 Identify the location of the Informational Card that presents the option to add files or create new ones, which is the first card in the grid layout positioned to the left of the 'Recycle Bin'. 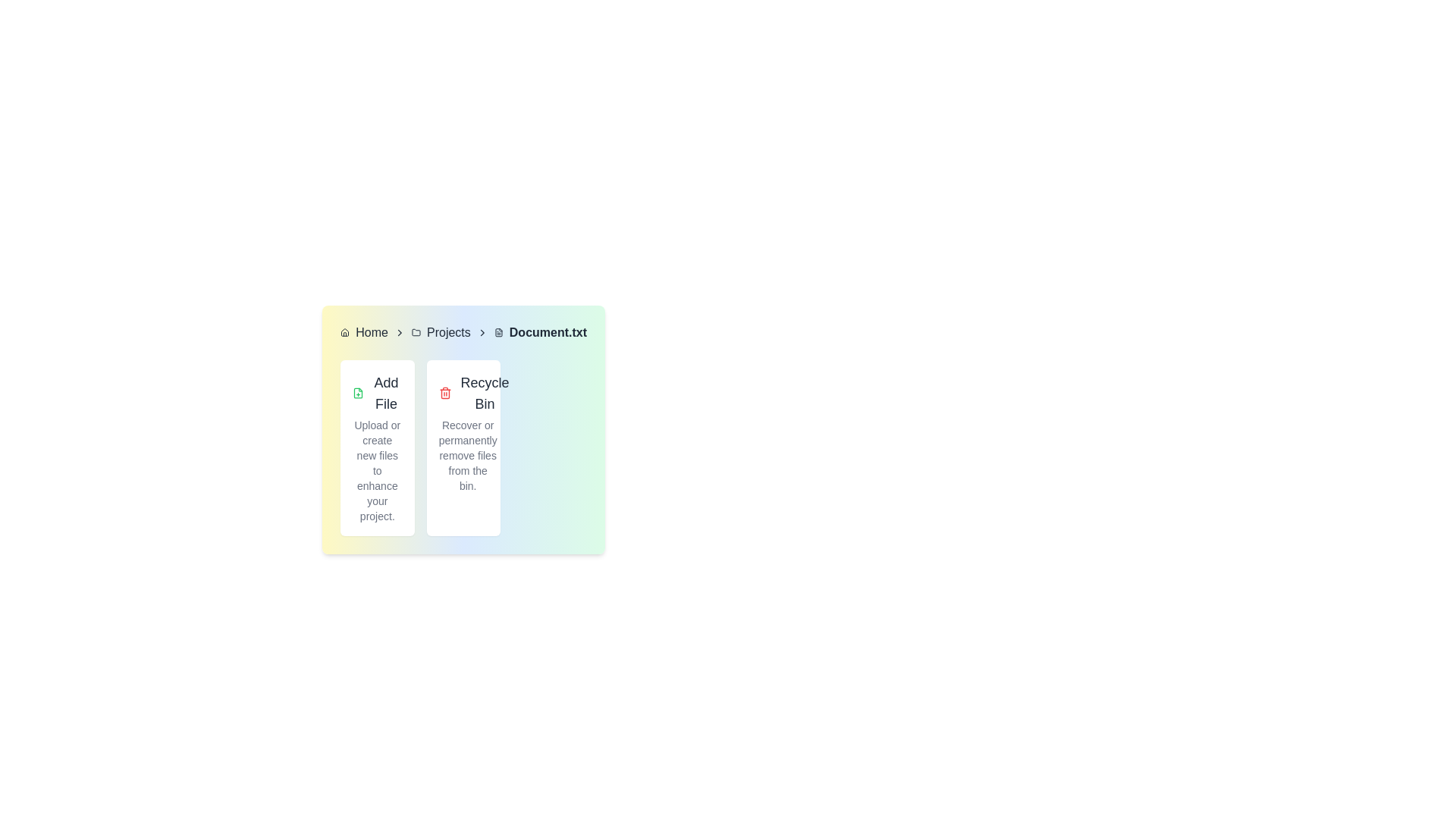
(377, 447).